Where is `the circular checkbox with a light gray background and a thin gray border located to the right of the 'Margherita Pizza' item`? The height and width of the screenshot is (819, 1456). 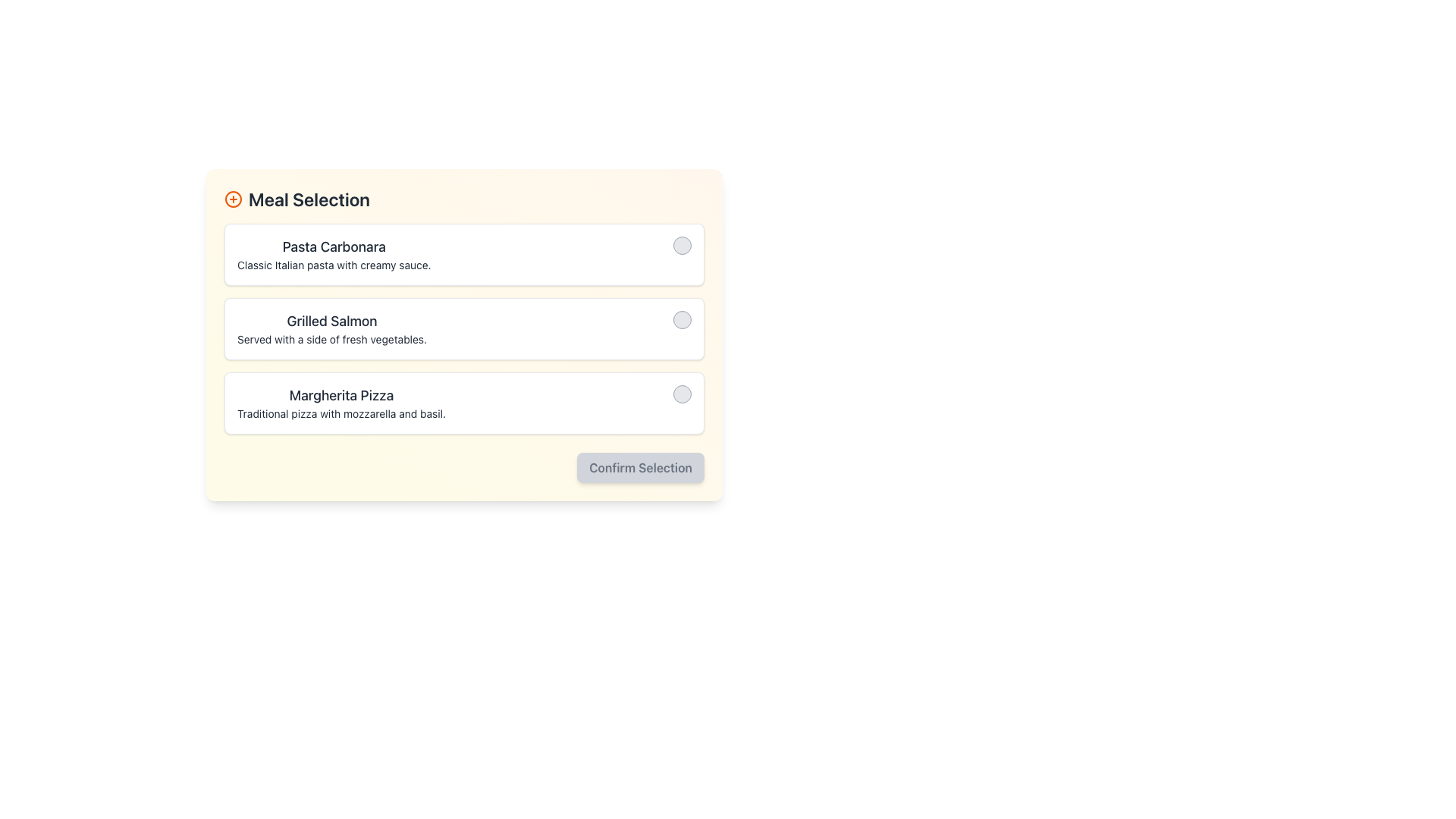
the circular checkbox with a light gray background and a thin gray border located to the right of the 'Margherita Pizza' item is located at coordinates (682, 394).